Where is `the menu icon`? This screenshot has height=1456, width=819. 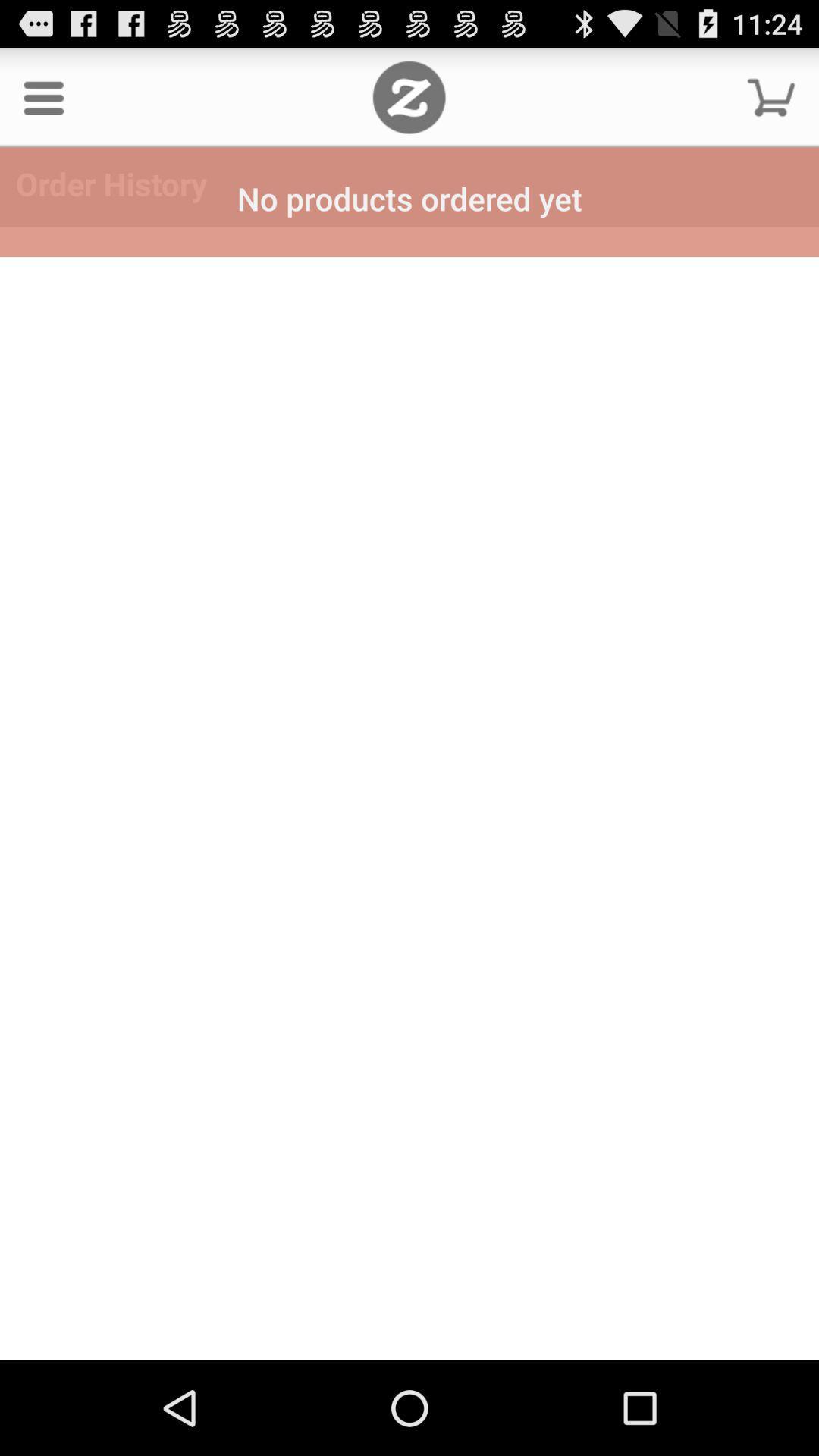
the menu icon is located at coordinates (42, 103).